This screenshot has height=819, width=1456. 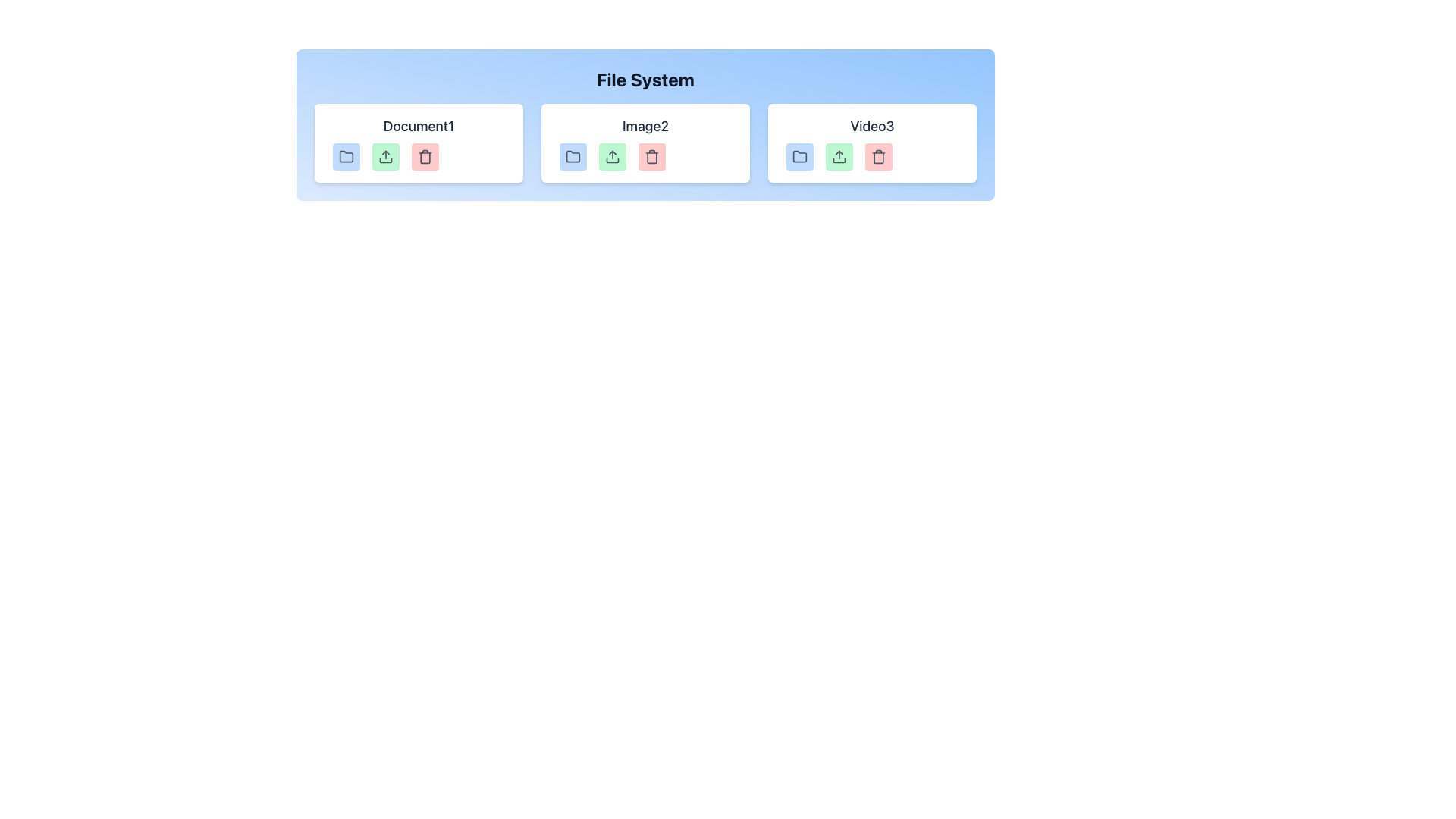 What do you see at coordinates (572, 156) in the screenshot?
I see `the folder icon located directly below the label 'Image2' in the horizontal layout` at bounding box center [572, 156].